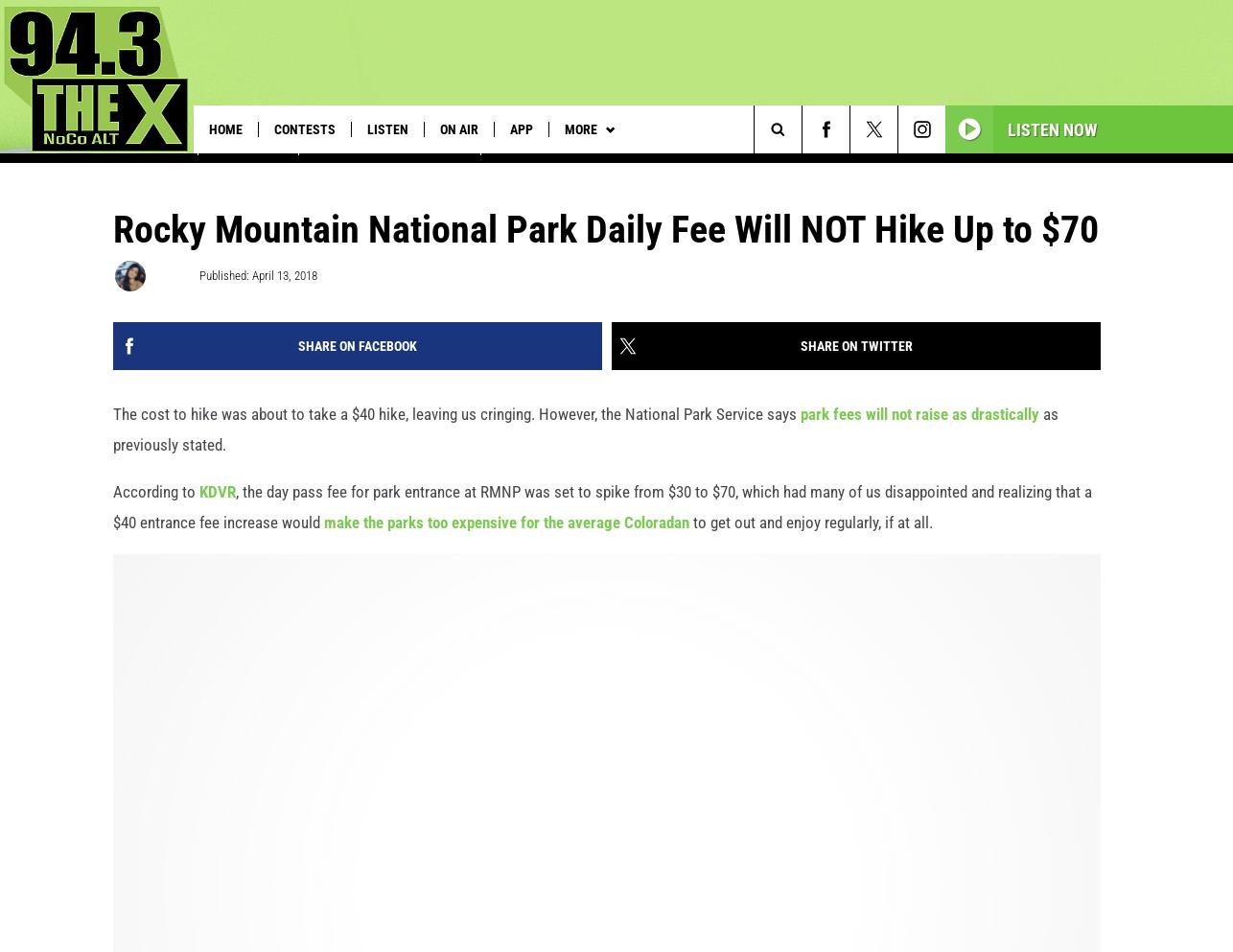  What do you see at coordinates (811, 543) in the screenshot?
I see `'to get out and enjoy regularly, if at all.'` at bounding box center [811, 543].